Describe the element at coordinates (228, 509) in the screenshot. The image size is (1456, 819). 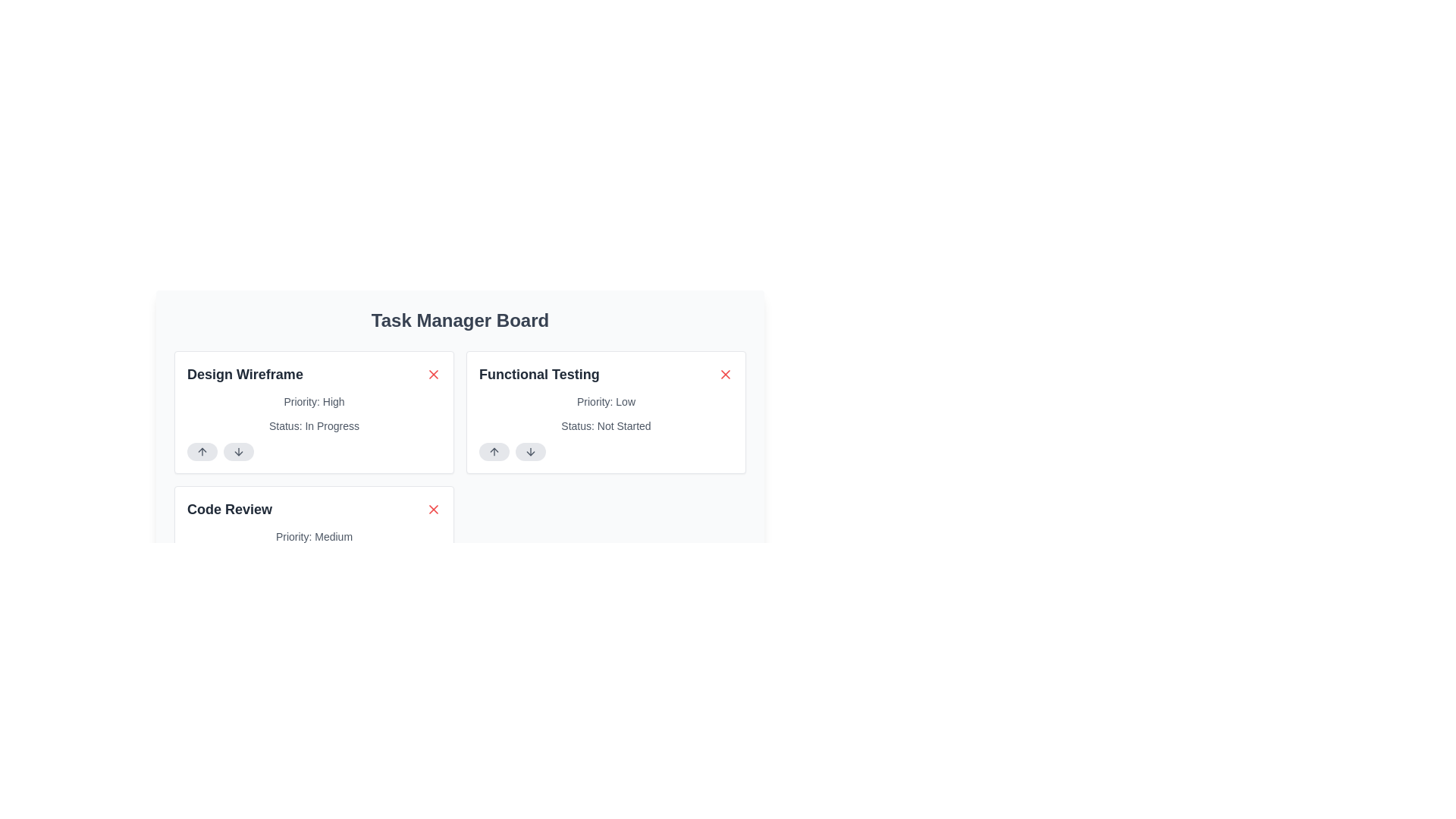
I see `the static text label displaying 'Code Review' in bold dark gray font, positioned above the 'Priority: Medium' label in the Task Manager Board section` at that location.